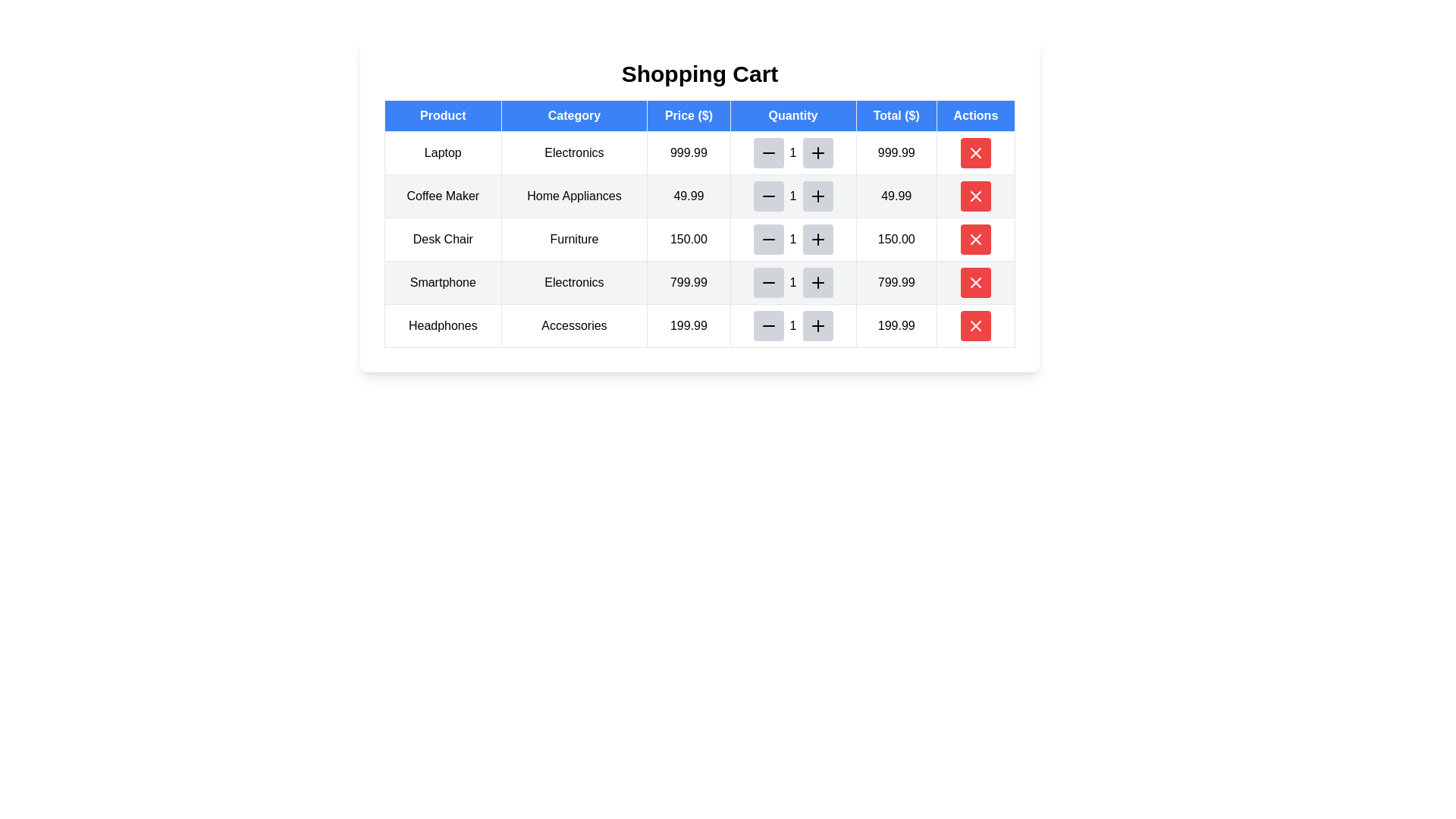 This screenshot has height=819, width=1456. Describe the element at coordinates (792, 325) in the screenshot. I see `the non-editable text display showing the current quantity of the item in the last row of the shopping cart table, located between the decrement and increment buttons` at that location.